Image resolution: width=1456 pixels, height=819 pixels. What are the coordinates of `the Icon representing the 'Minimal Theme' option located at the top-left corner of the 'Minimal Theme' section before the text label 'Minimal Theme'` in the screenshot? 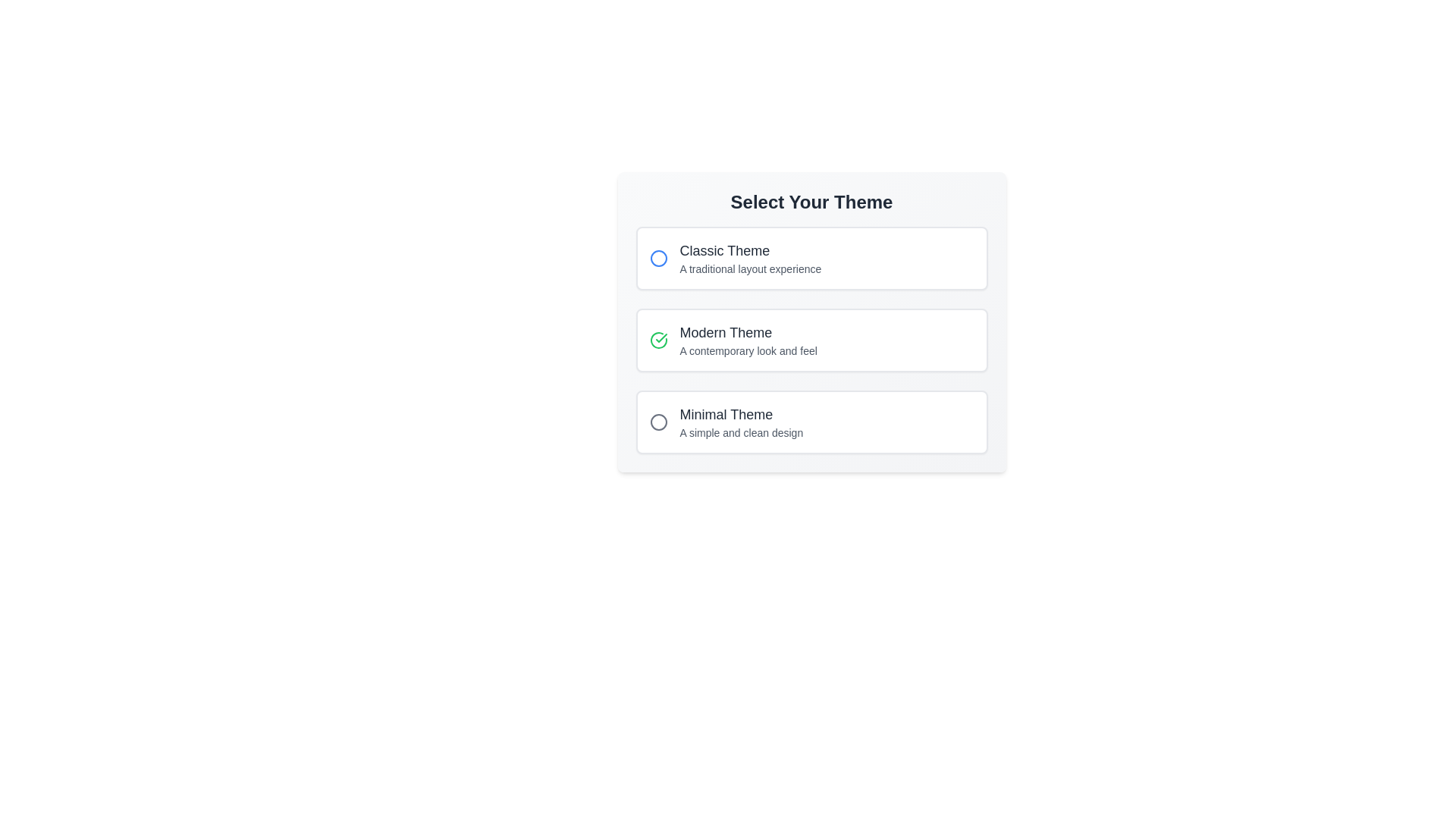 It's located at (658, 422).